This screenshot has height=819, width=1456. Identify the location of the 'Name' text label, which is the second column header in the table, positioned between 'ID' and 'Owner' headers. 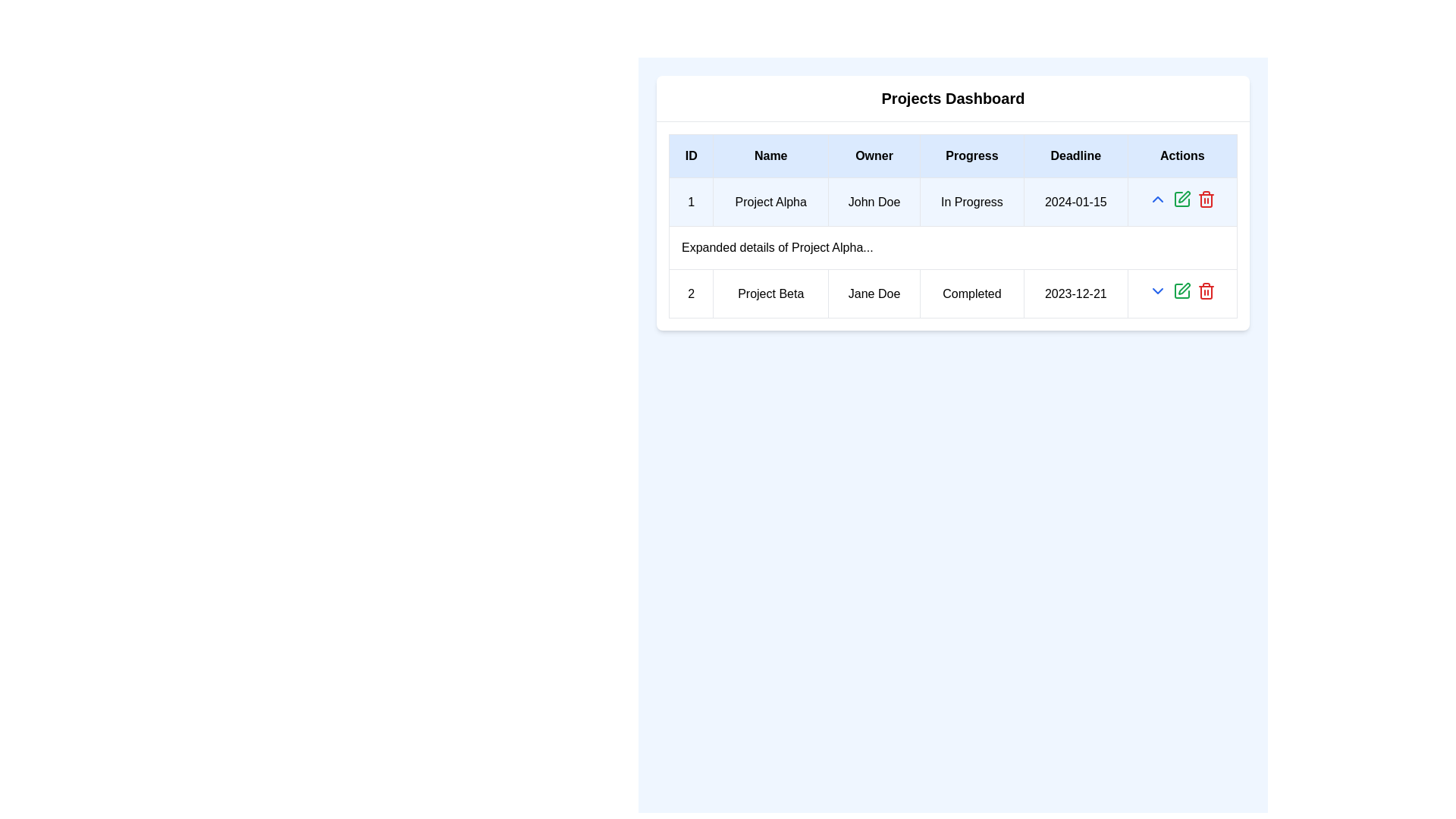
(770, 155).